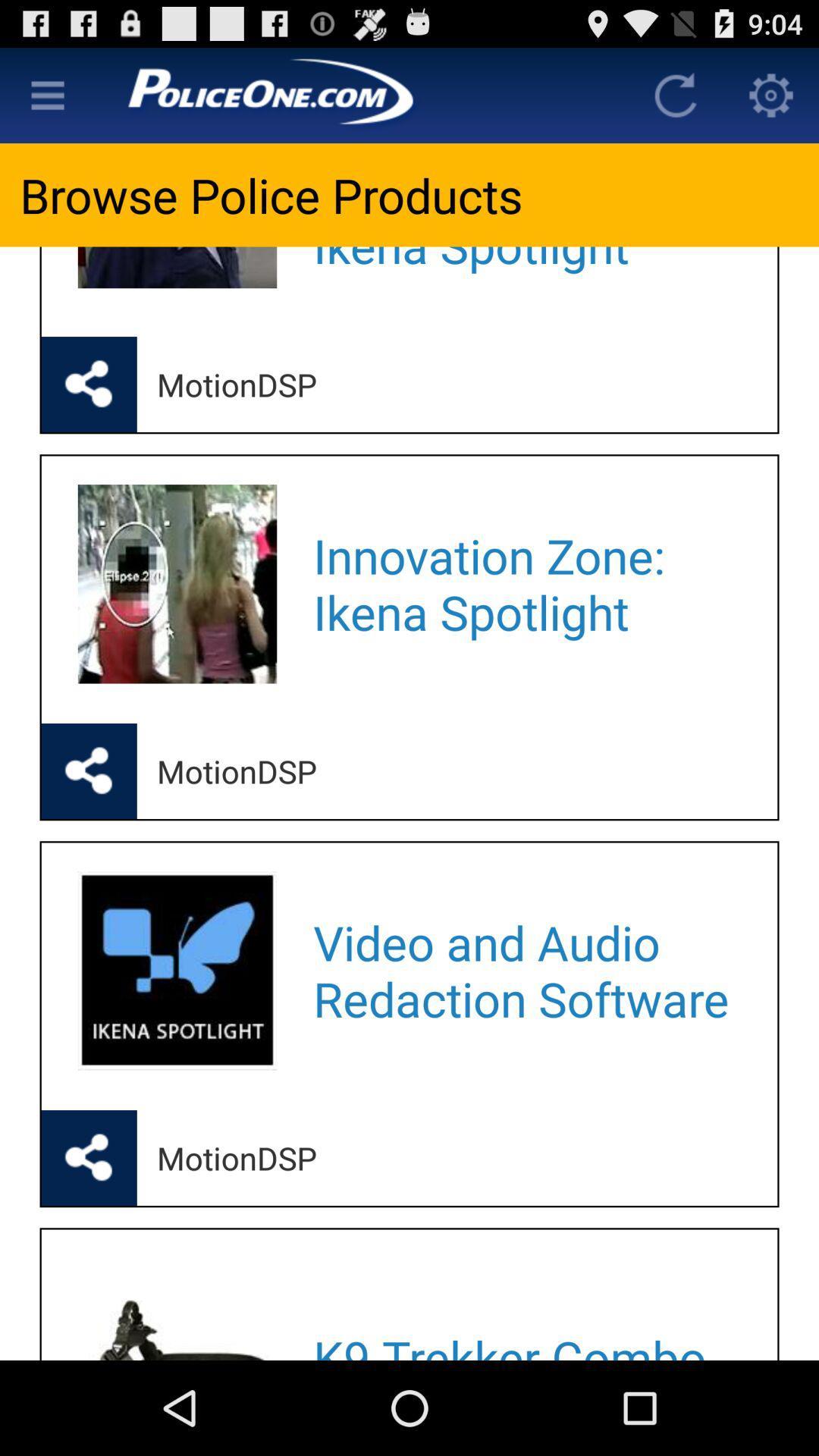 This screenshot has width=819, height=1456. What do you see at coordinates (525, 271) in the screenshot?
I see `the icon above the motiondsp icon` at bounding box center [525, 271].